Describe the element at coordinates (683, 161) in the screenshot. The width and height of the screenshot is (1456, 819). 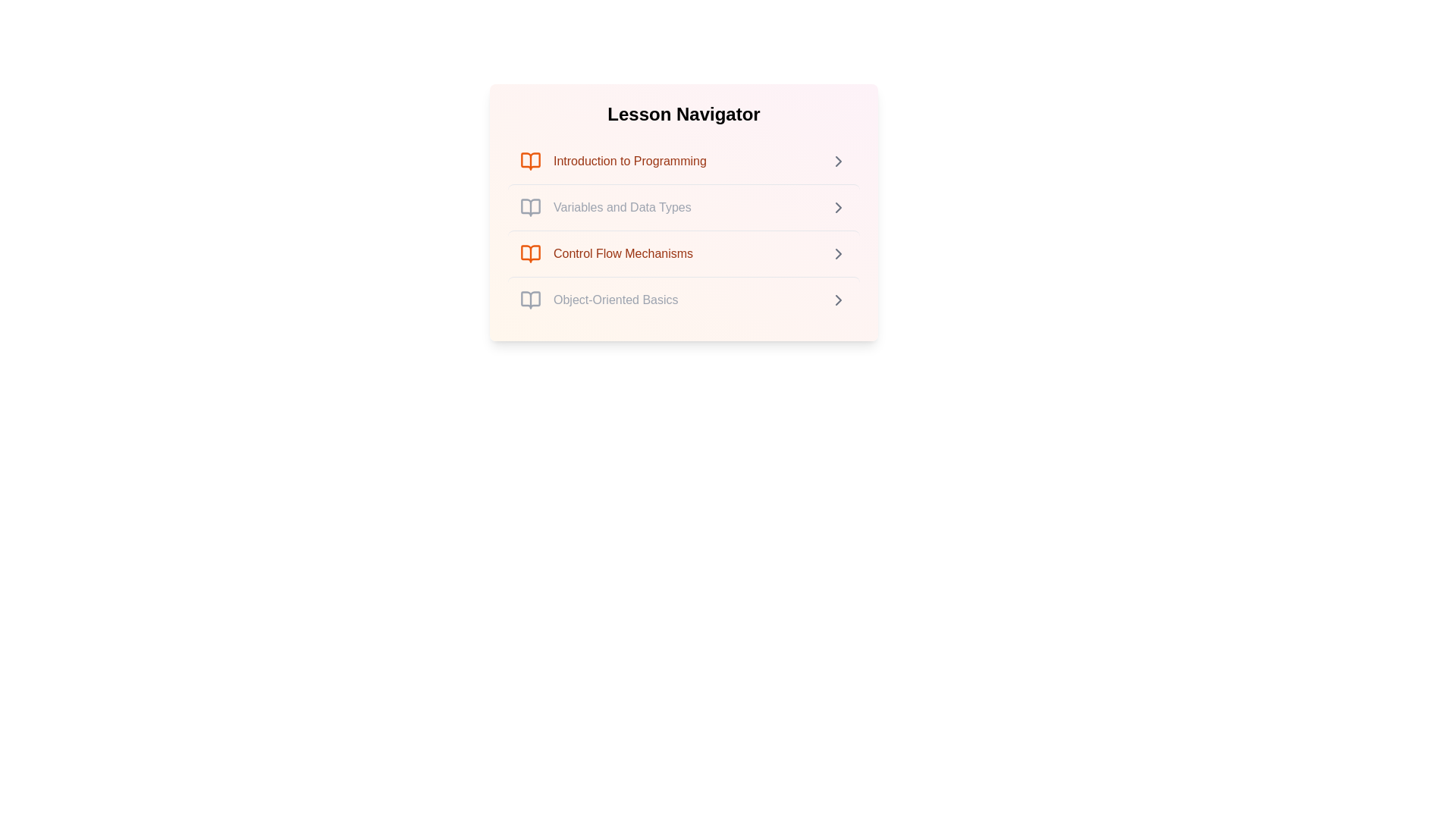
I see `the lesson item corresponding to Introduction to Programming` at that location.